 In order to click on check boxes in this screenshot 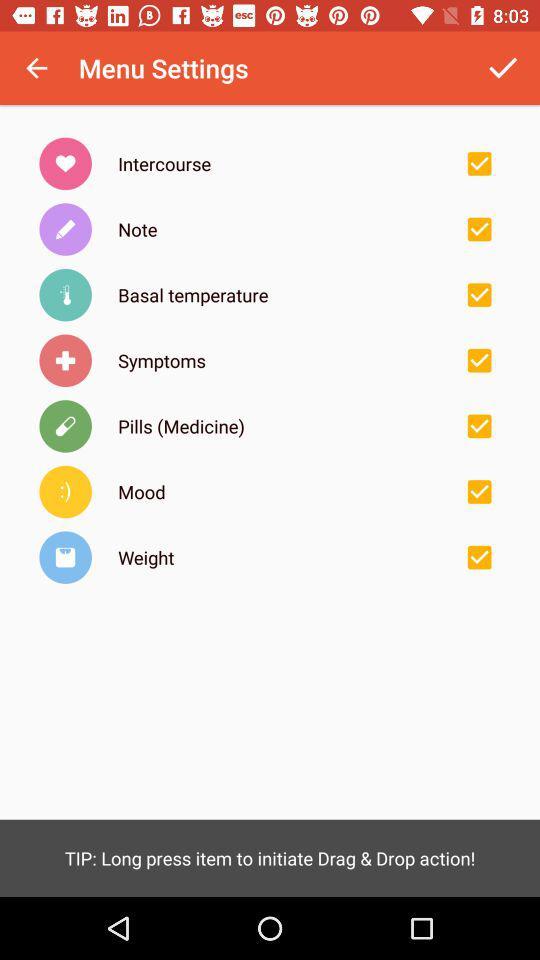, I will do `click(478, 360)`.